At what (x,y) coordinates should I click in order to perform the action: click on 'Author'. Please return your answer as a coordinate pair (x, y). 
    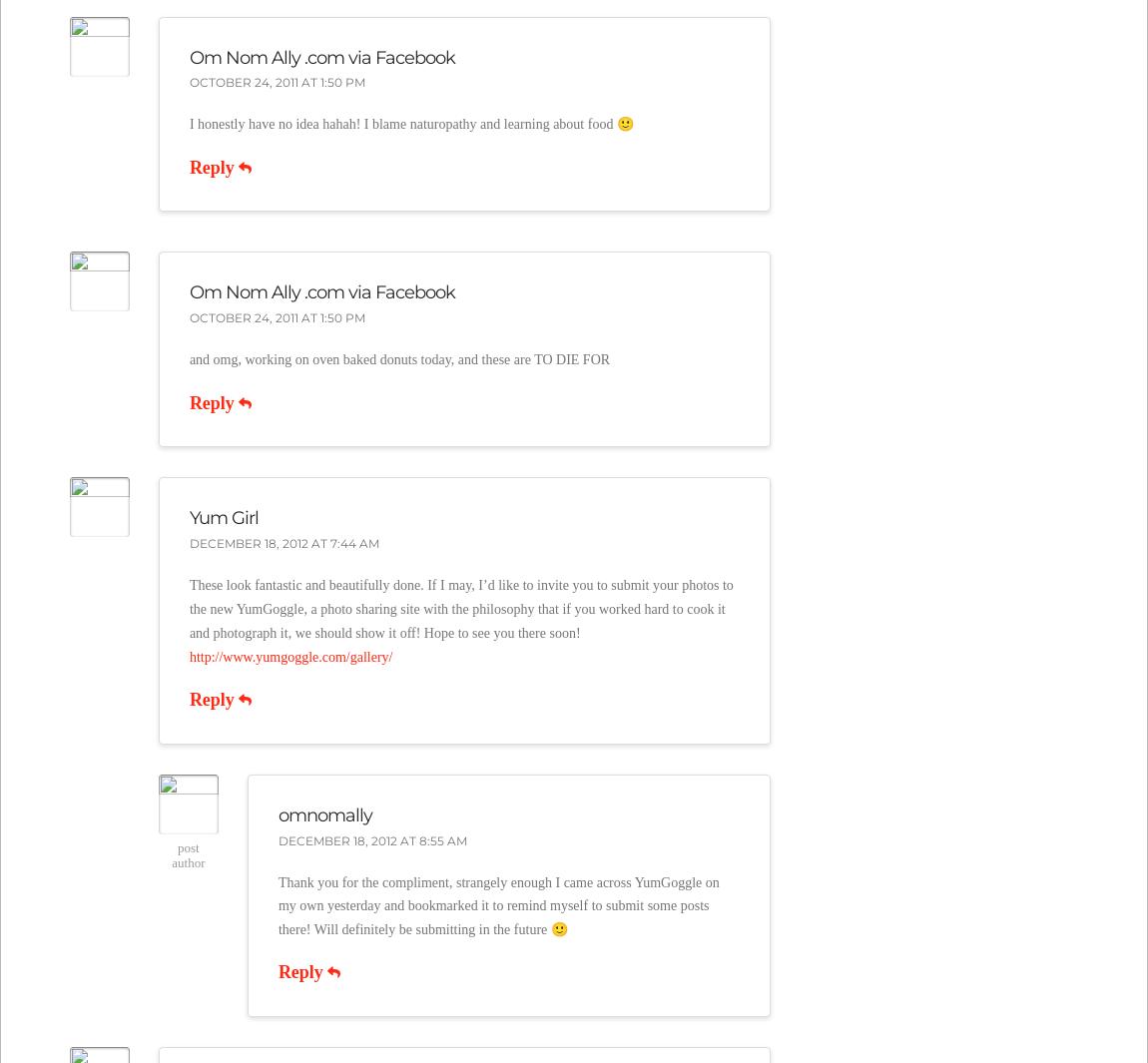
    Looking at the image, I should click on (187, 862).